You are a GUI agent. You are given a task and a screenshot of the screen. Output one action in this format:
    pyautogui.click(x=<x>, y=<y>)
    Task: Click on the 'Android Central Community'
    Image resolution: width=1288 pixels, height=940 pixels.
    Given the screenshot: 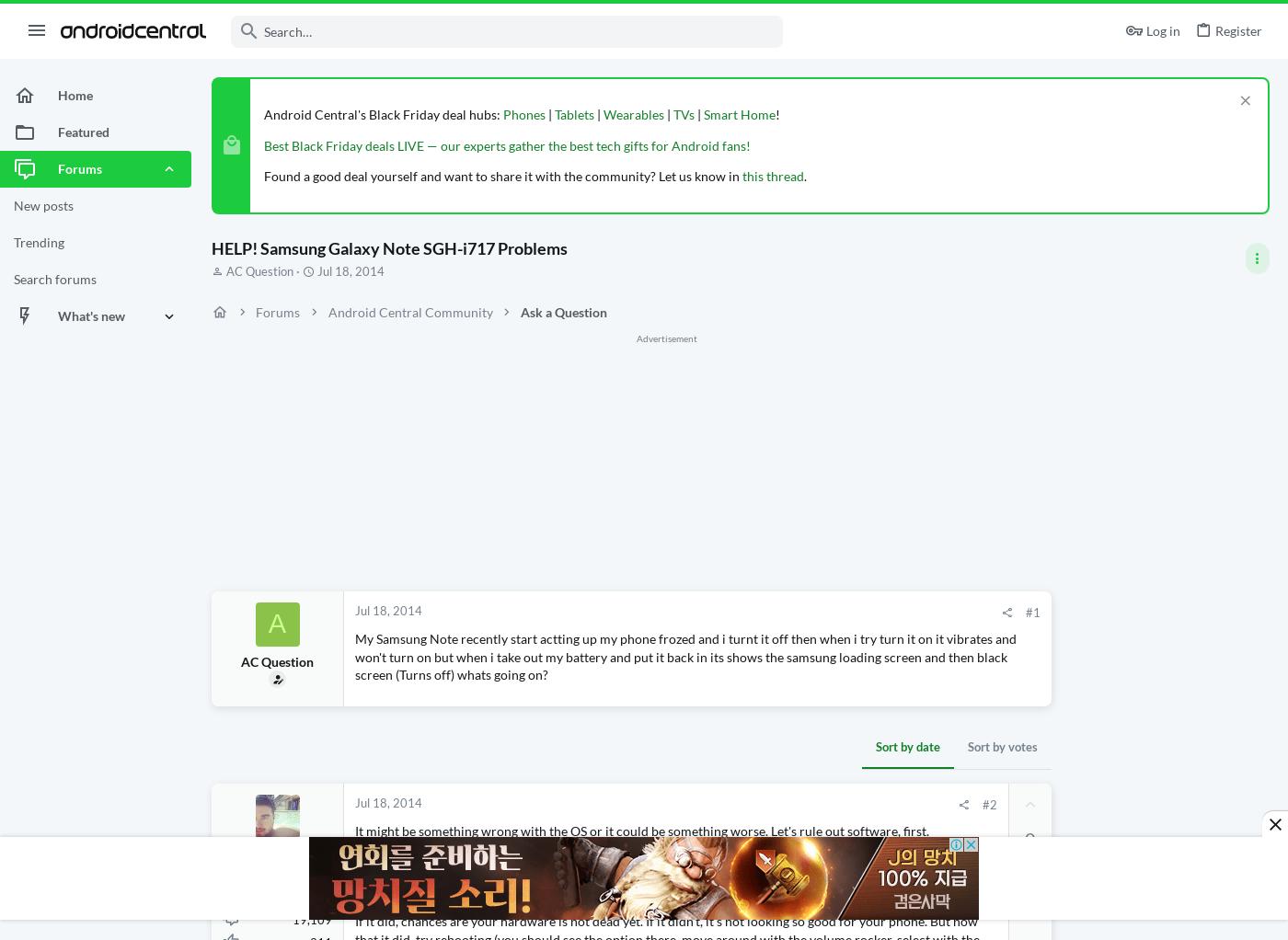 What is the action you would take?
    pyautogui.click(x=409, y=312)
    